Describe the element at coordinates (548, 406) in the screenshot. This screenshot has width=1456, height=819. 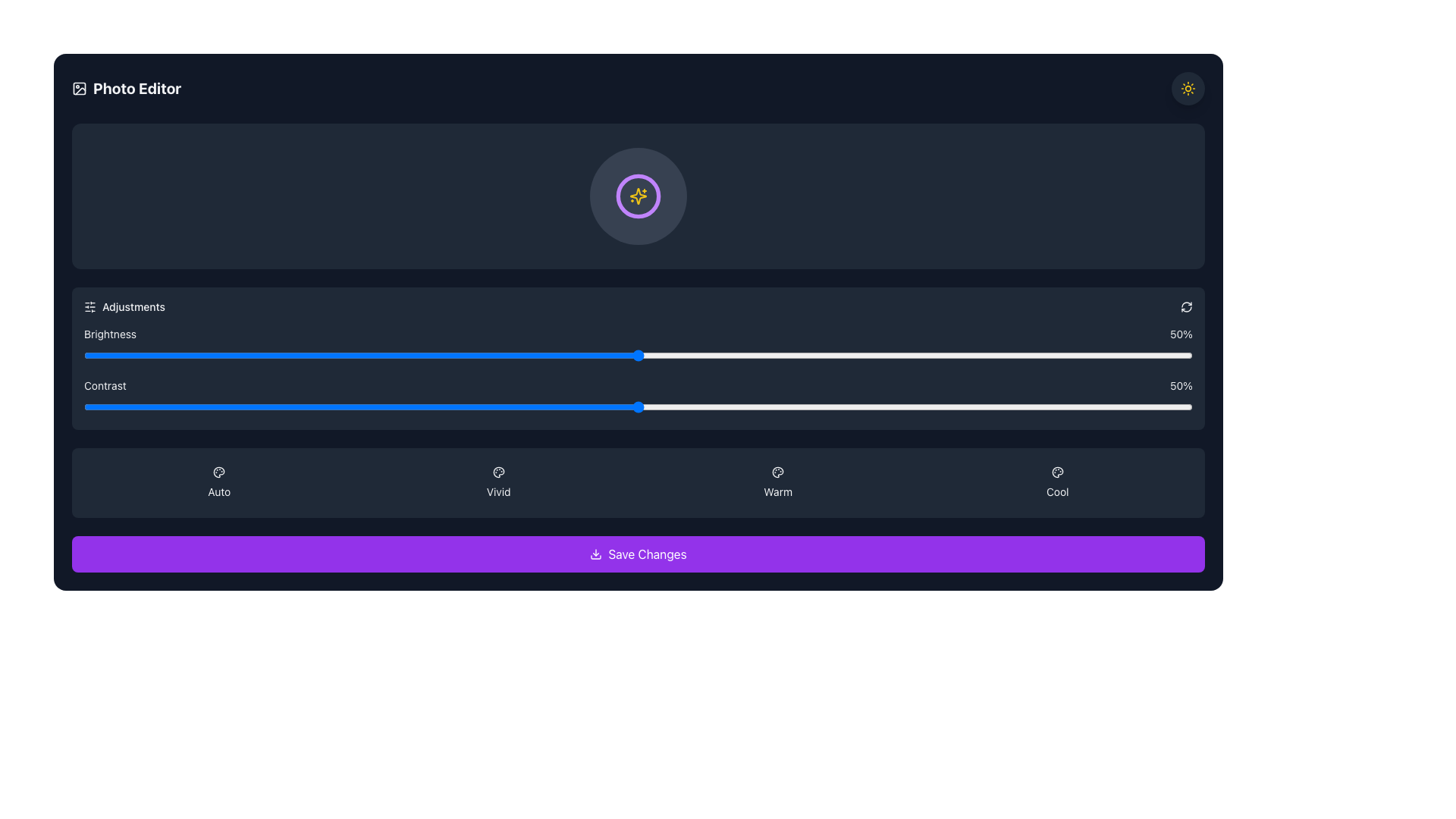
I see `the value of the slider` at that location.